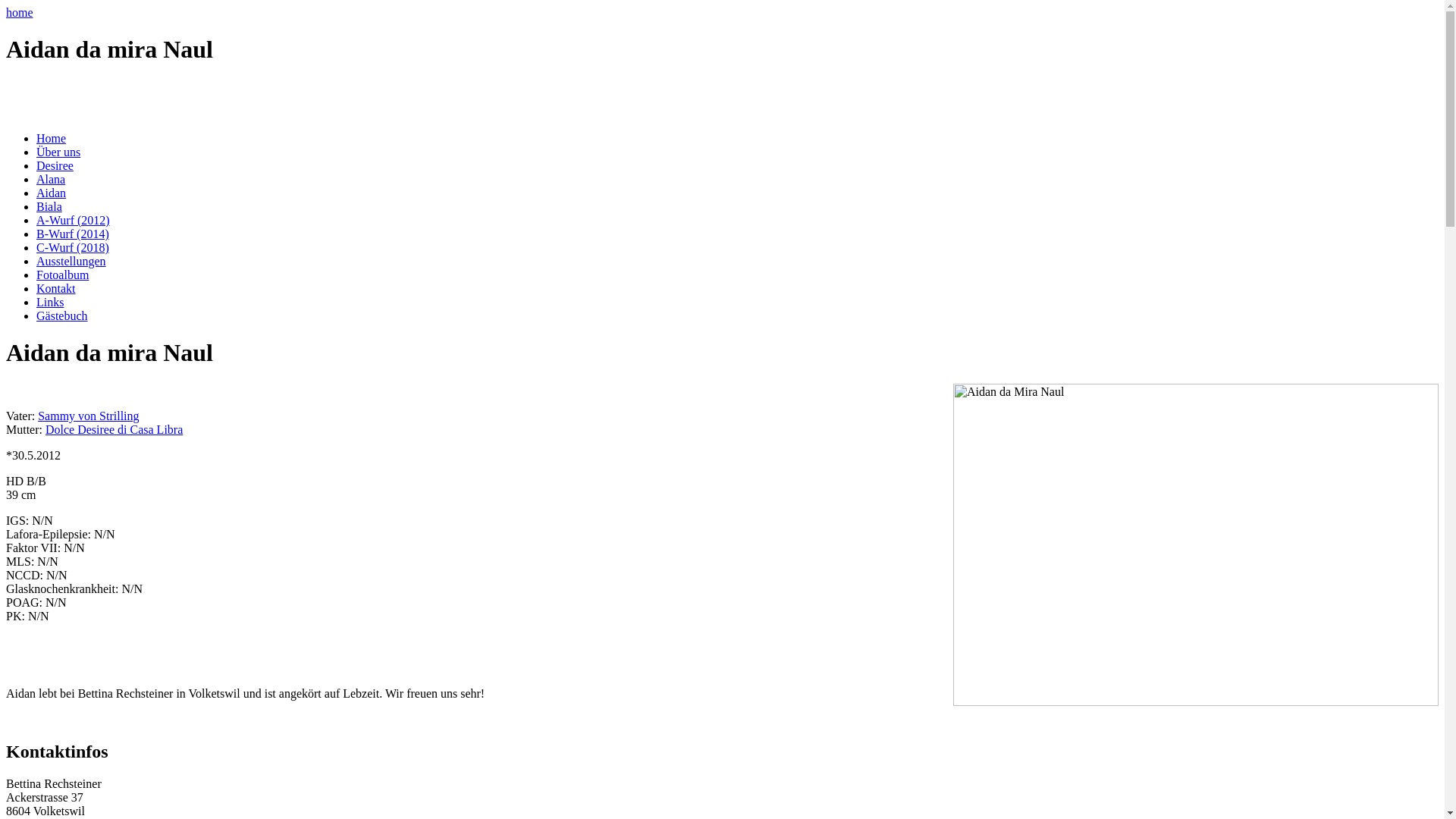 The width and height of the screenshot is (1456, 819). Describe the element at coordinates (87, 416) in the screenshot. I see `'Sammy von Strilling'` at that location.